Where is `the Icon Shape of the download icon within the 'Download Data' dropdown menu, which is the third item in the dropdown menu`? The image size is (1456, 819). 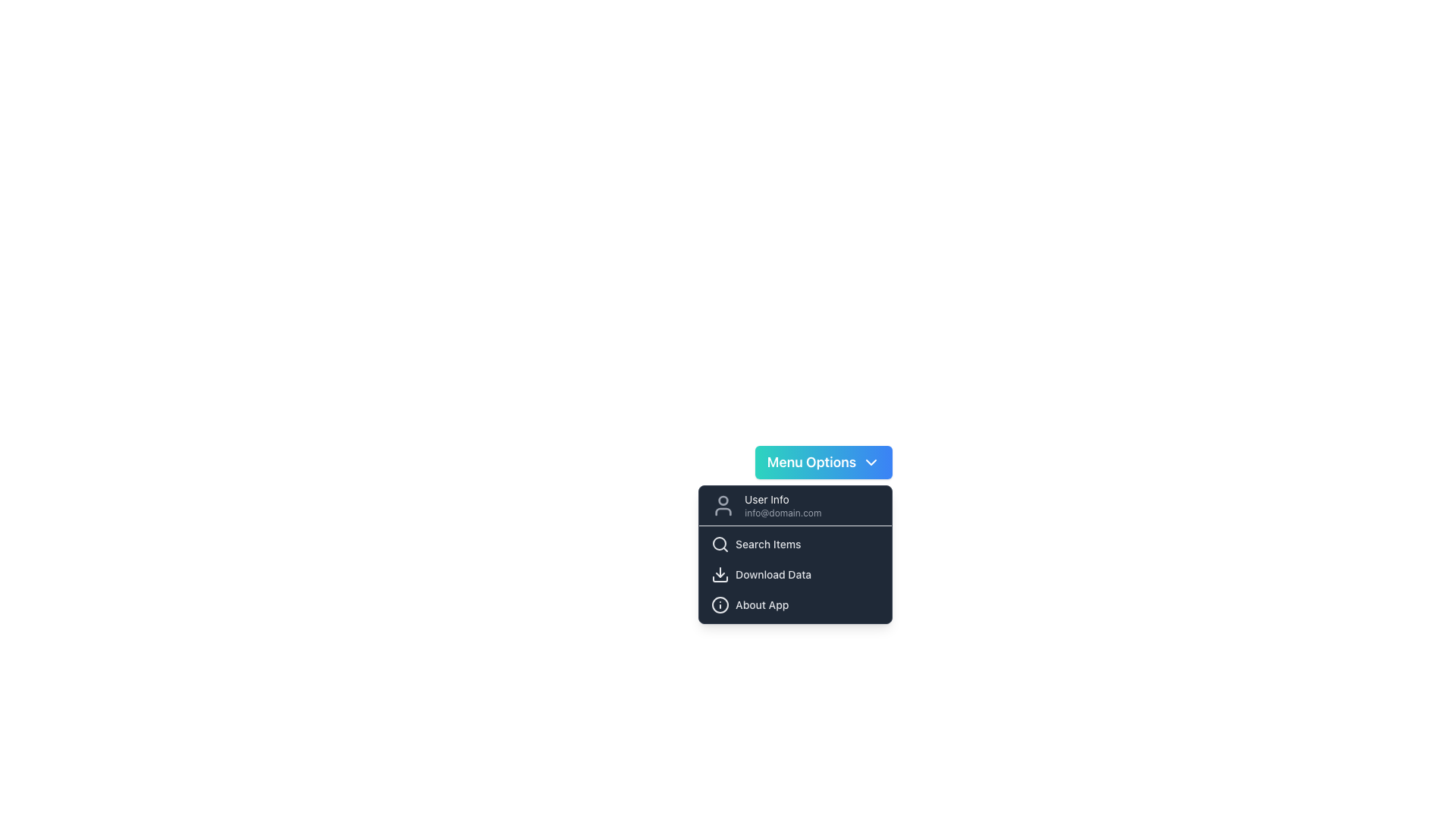
the Icon Shape of the download icon within the 'Download Data' dropdown menu, which is the third item in the dropdown menu is located at coordinates (720, 579).